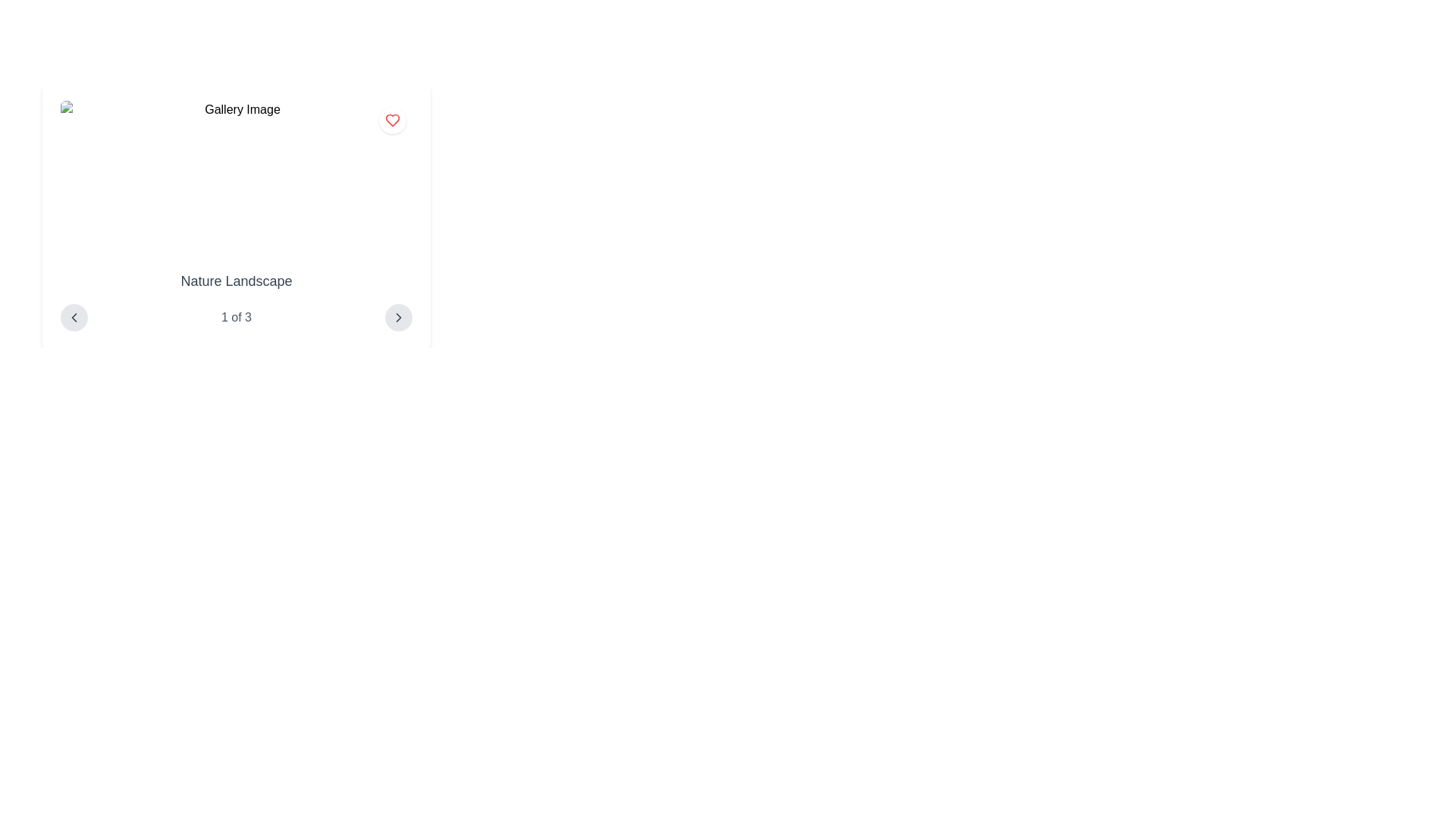 This screenshot has height=819, width=1456. Describe the element at coordinates (393, 119) in the screenshot. I see `the stylized heart icon located towards the top-right corner of the gallery interface` at that location.